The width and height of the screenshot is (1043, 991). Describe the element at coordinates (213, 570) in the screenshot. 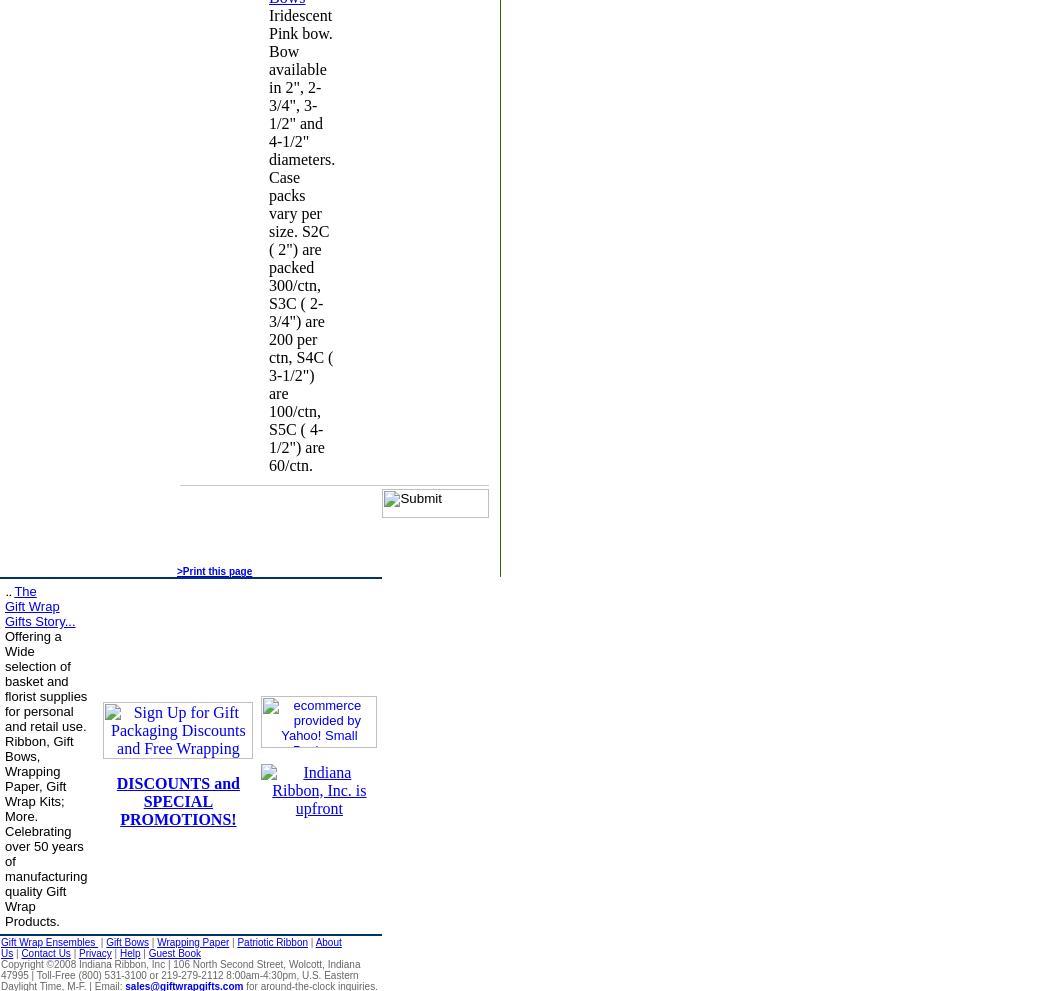

I see `'>Print this page'` at that location.